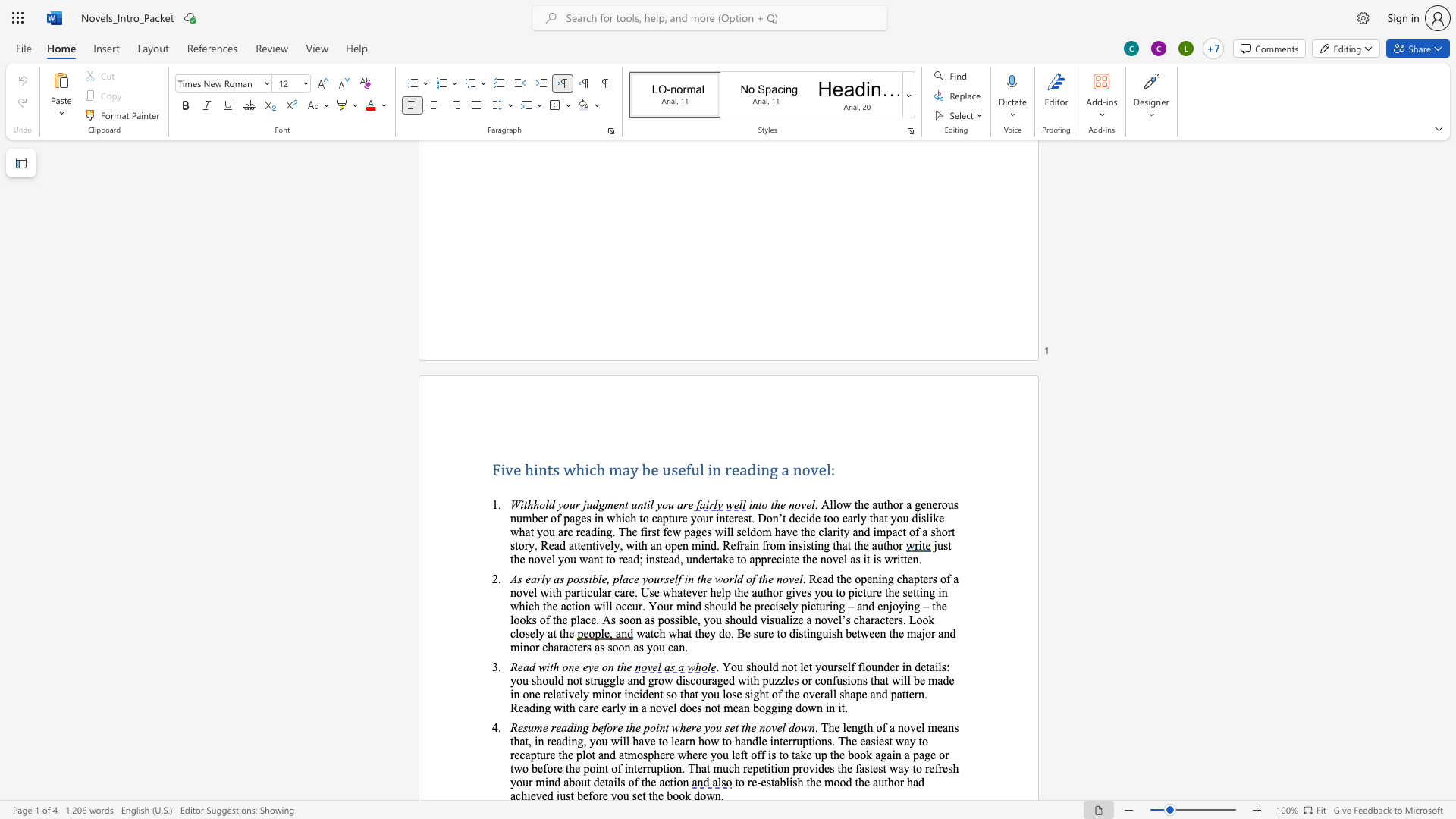  What do you see at coordinates (539, 504) in the screenshot?
I see `the space between the continuous character "h" and "o" in the text` at bounding box center [539, 504].